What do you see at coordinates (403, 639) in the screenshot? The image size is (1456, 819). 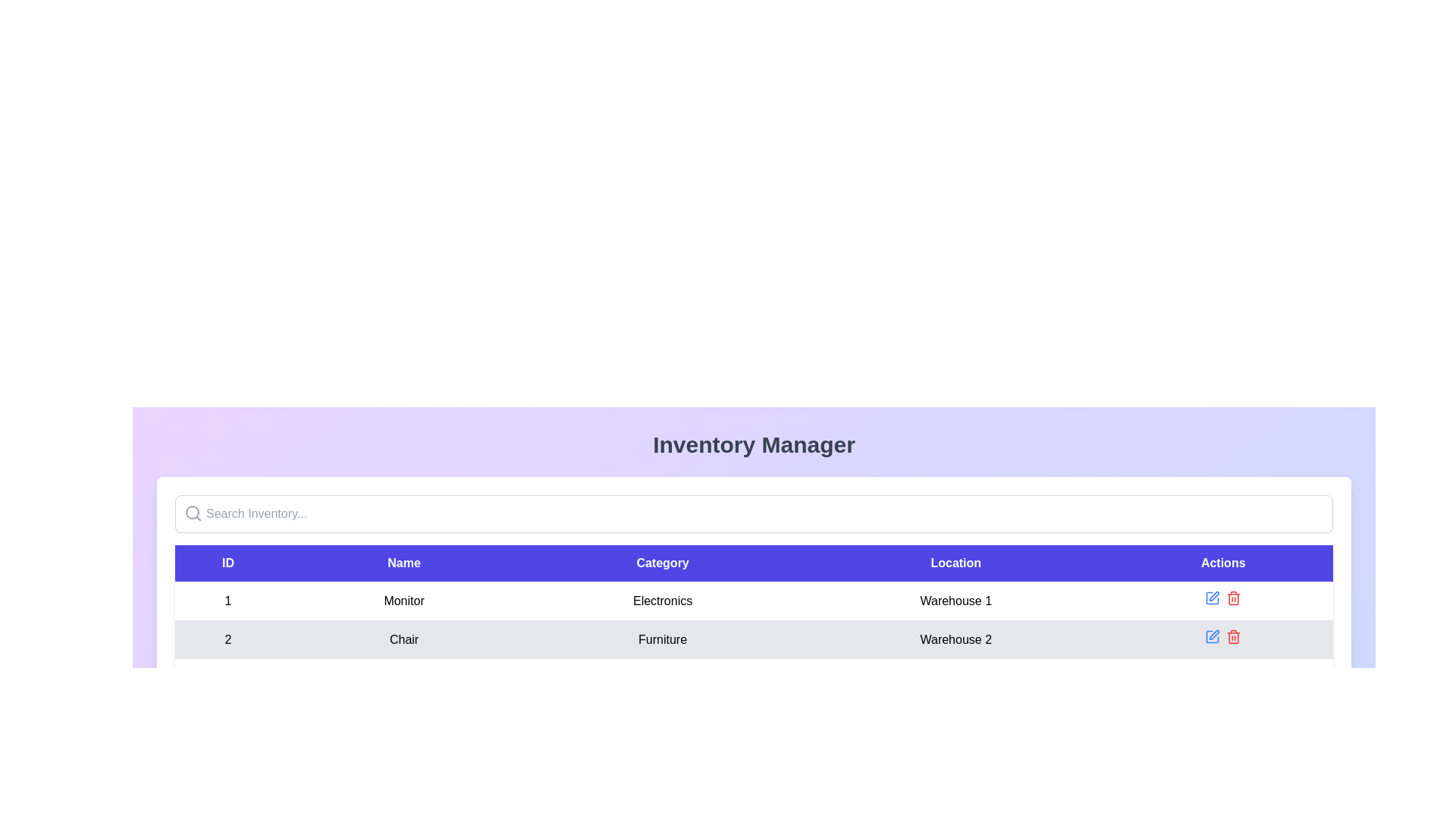 I see `the static text label displaying 'Chair', which is located in the second row of the inventory table under the 'Name' column, positioned between the numeric ID '2' and the text 'Furniture'` at bounding box center [403, 639].